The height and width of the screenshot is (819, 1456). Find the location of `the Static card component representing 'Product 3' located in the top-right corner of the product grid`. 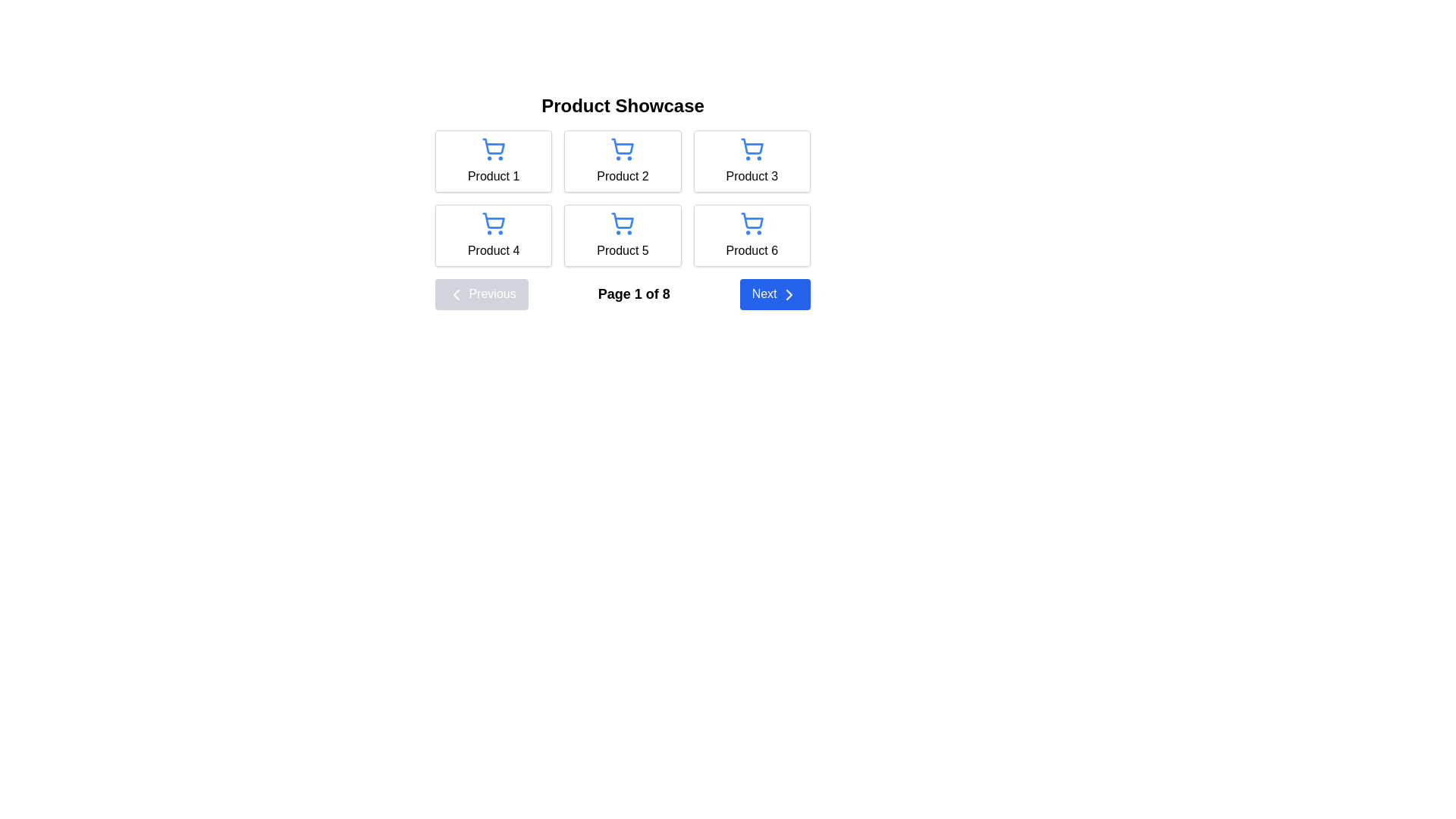

the Static card component representing 'Product 3' located in the top-right corner of the product grid is located at coordinates (752, 161).